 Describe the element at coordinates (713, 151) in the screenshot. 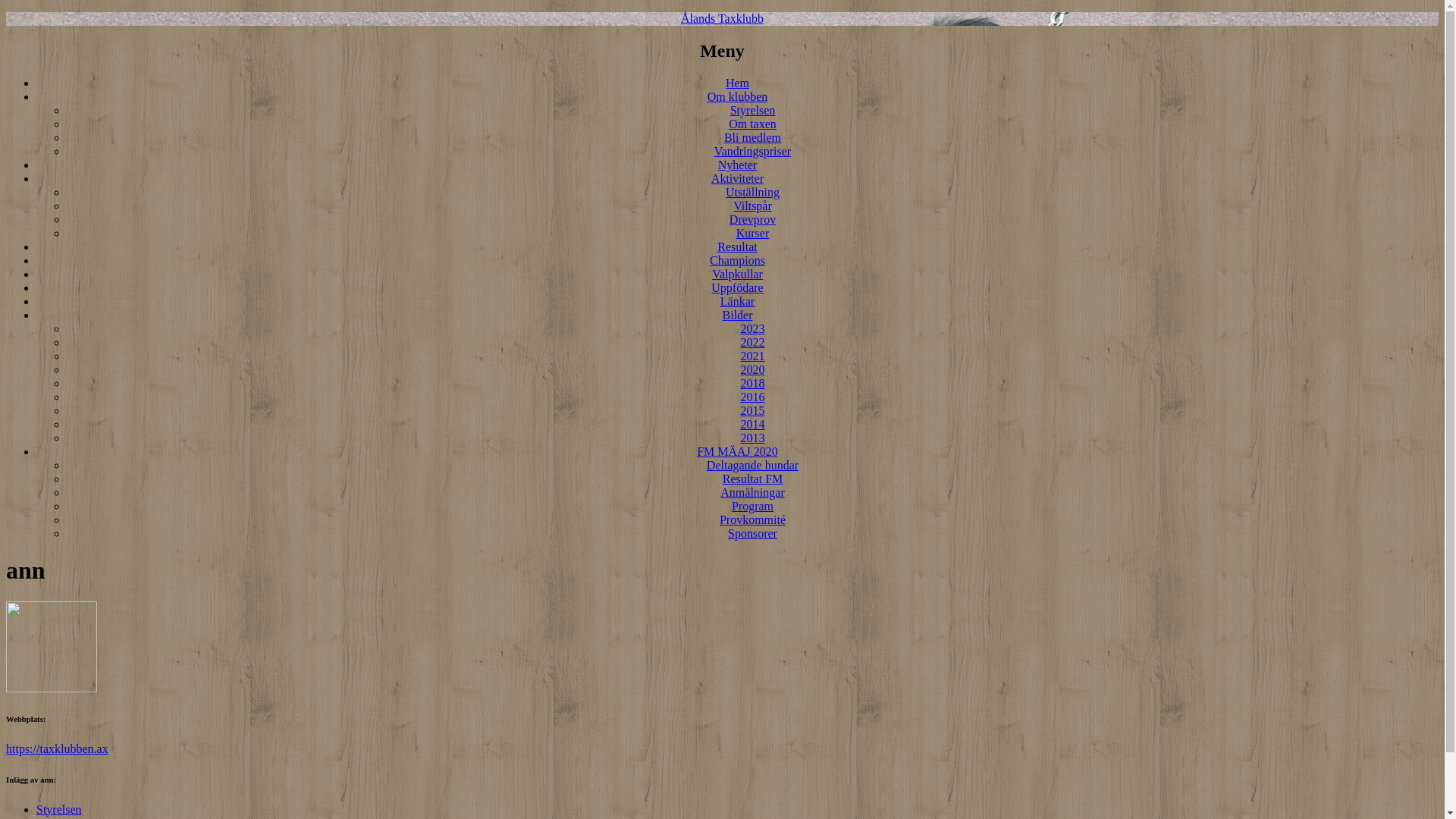

I see `'Vandringspriser'` at that location.